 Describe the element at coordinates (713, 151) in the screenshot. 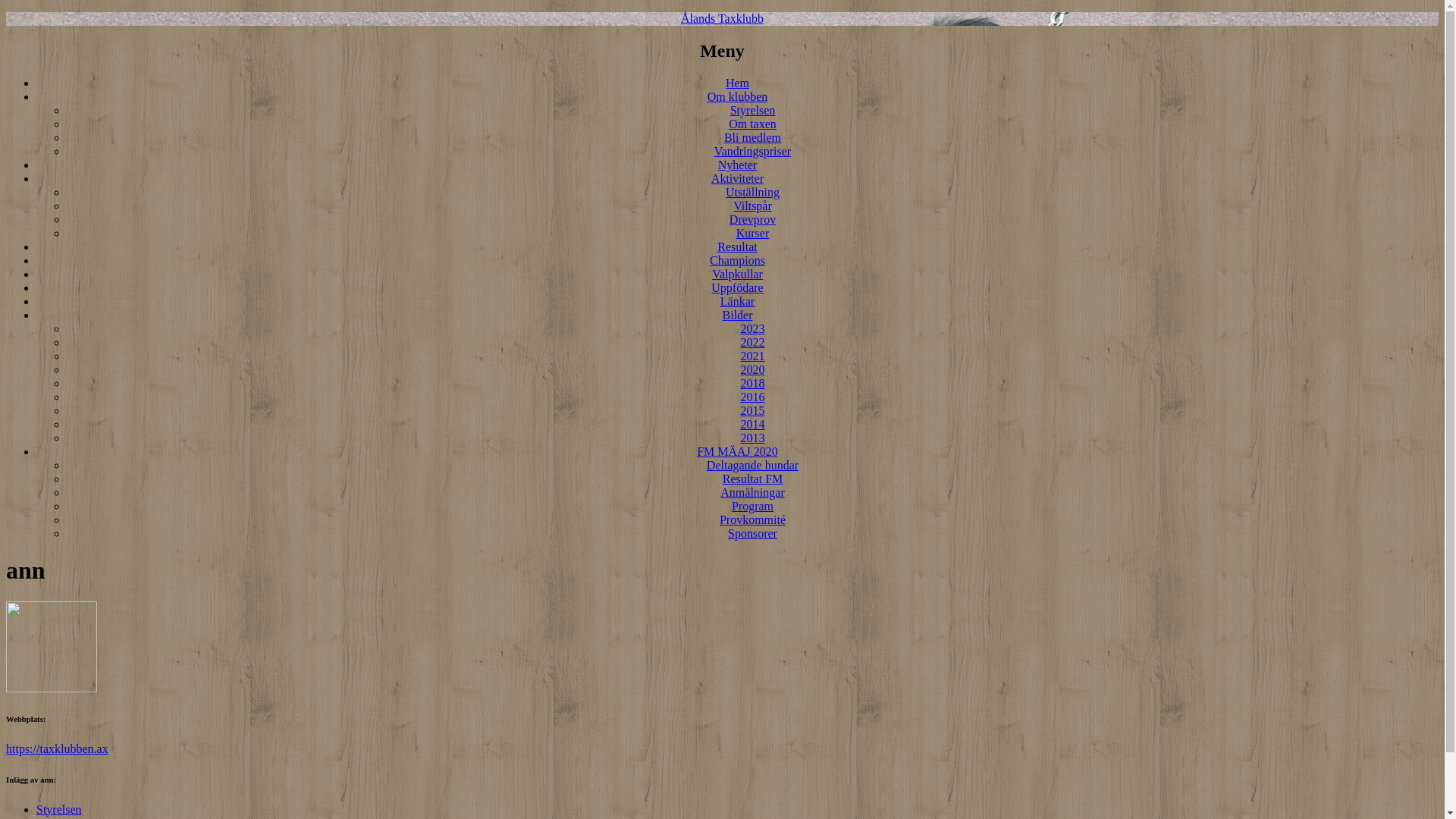

I see `'Vandringspriser'` at that location.